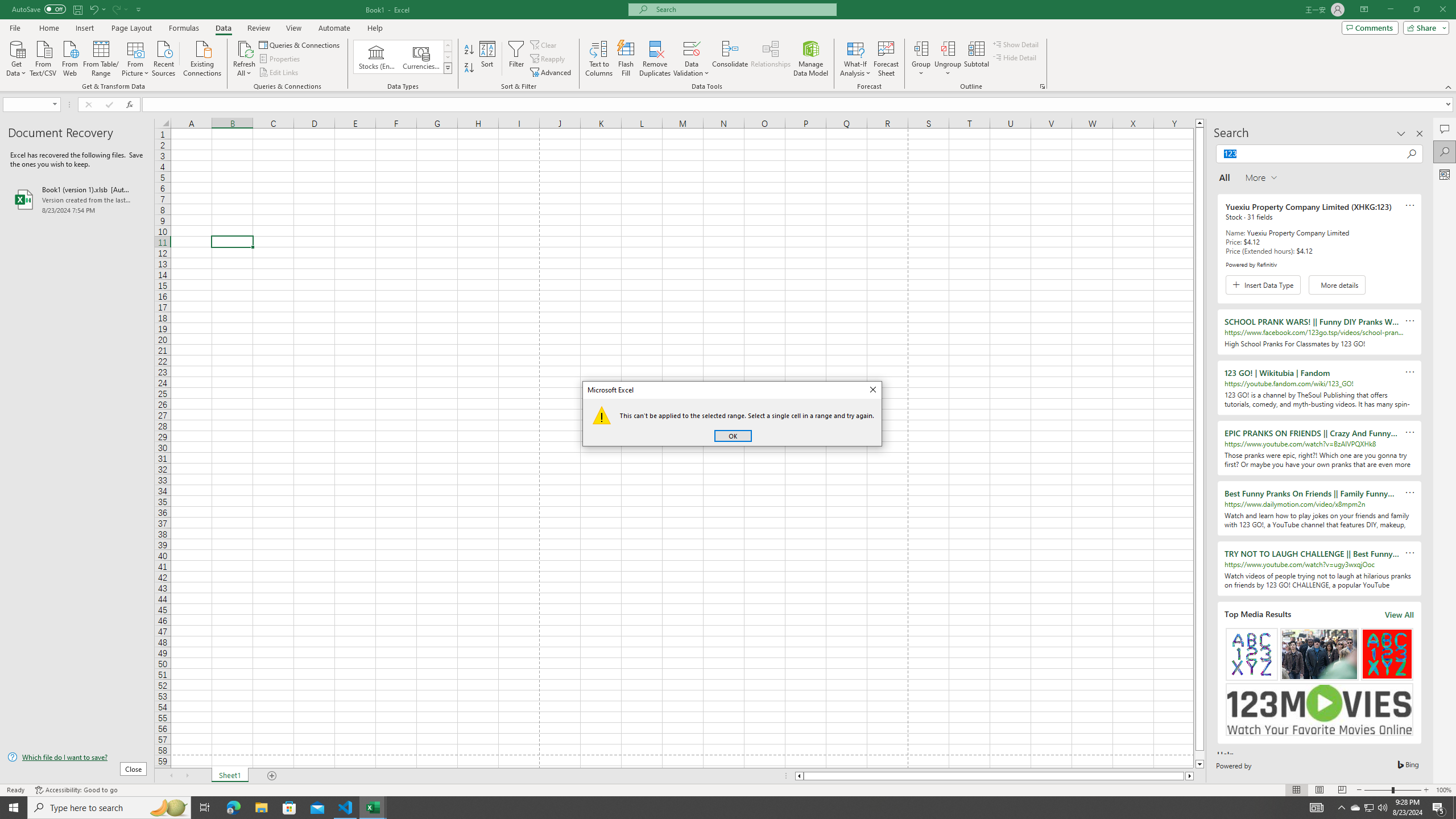 This screenshot has height=819, width=1456. Describe the element at coordinates (1416, 9) in the screenshot. I see `'Restore Down'` at that location.